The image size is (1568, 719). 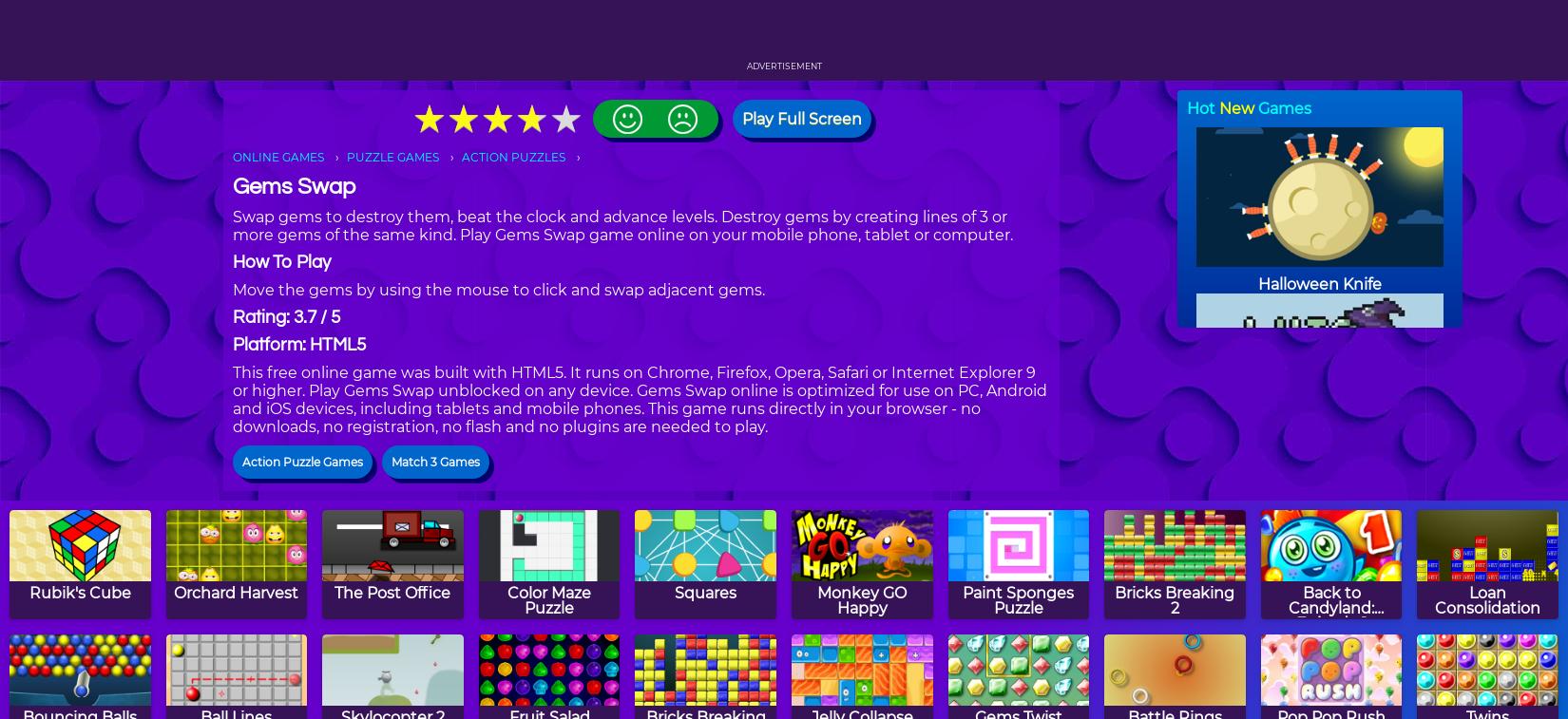 I want to click on 'Back to Candyland: Episode 1', so click(x=1330, y=607).